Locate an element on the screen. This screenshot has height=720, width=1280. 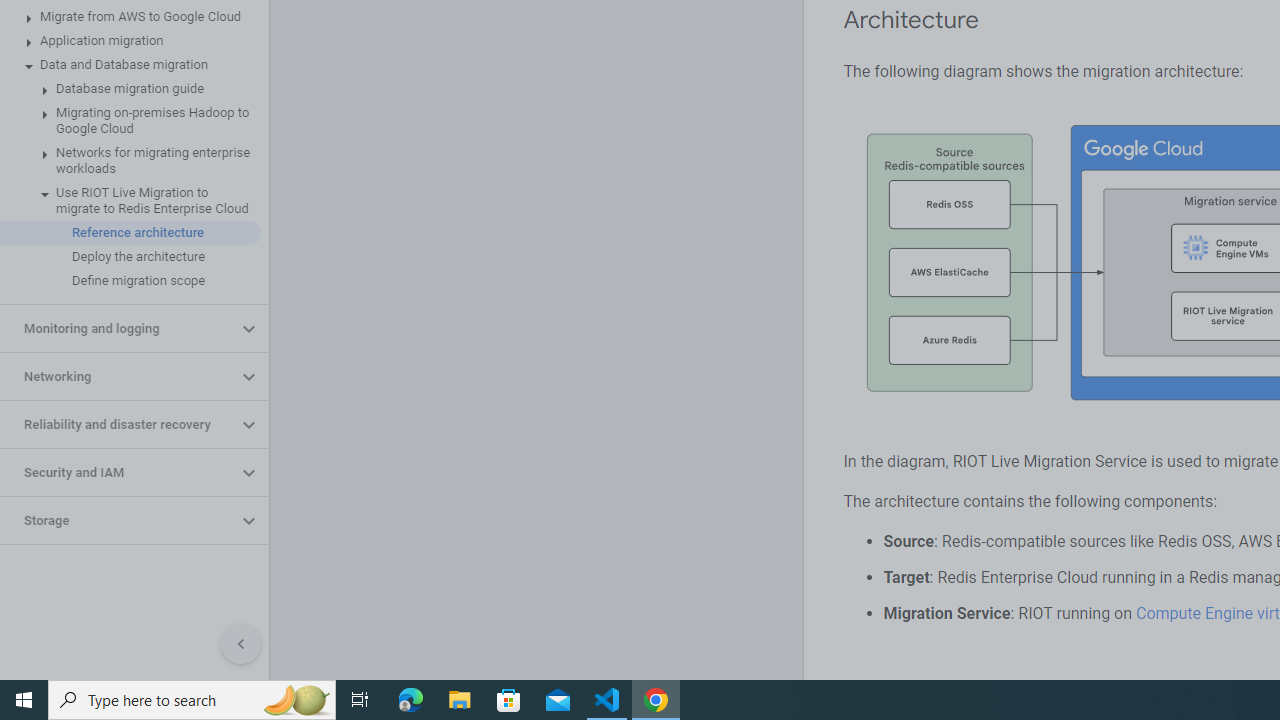
'Monitoring and logging' is located at coordinates (117, 328).